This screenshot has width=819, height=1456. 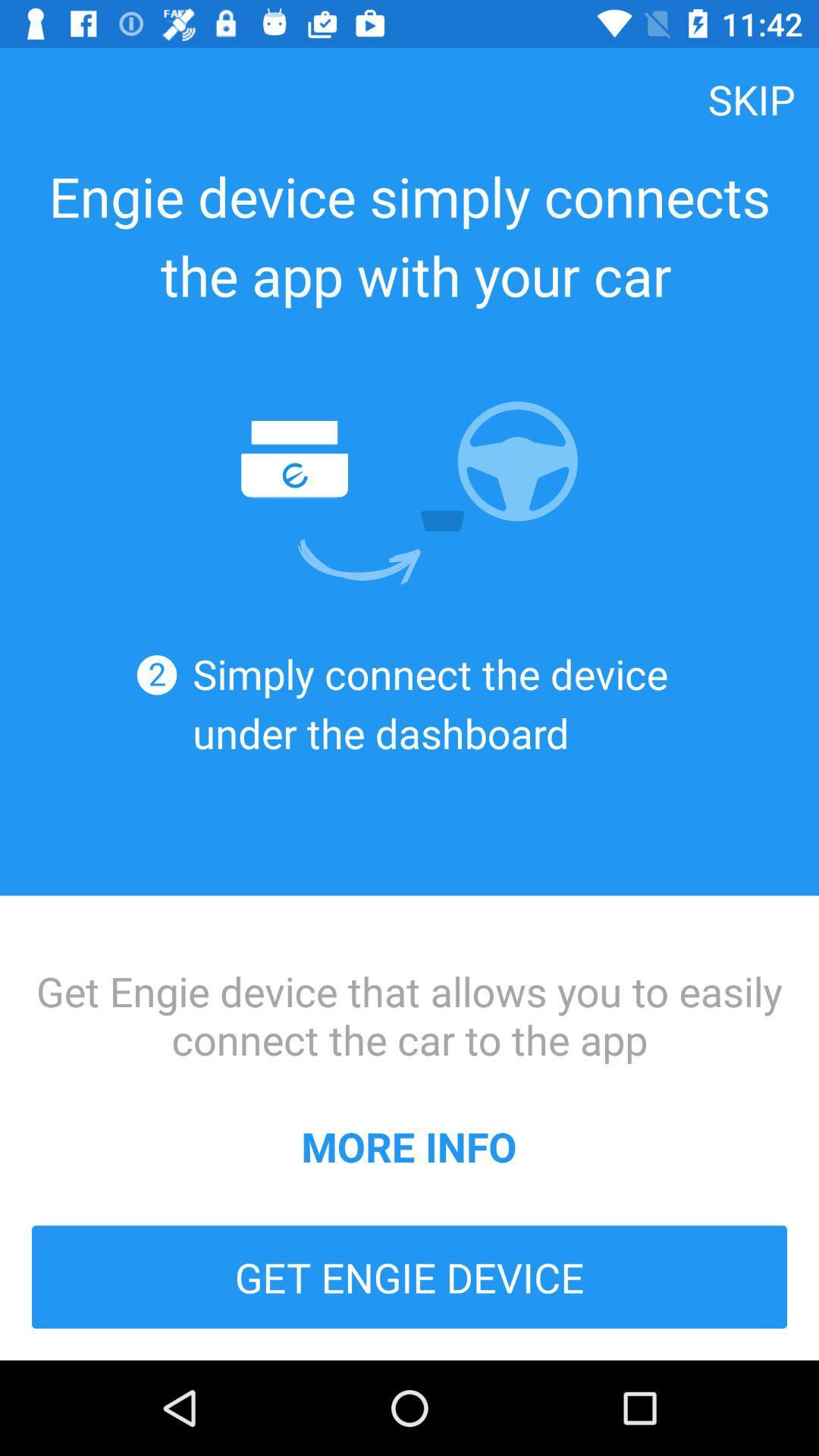 What do you see at coordinates (408, 1146) in the screenshot?
I see `more info` at bounding box center [408, 1146].